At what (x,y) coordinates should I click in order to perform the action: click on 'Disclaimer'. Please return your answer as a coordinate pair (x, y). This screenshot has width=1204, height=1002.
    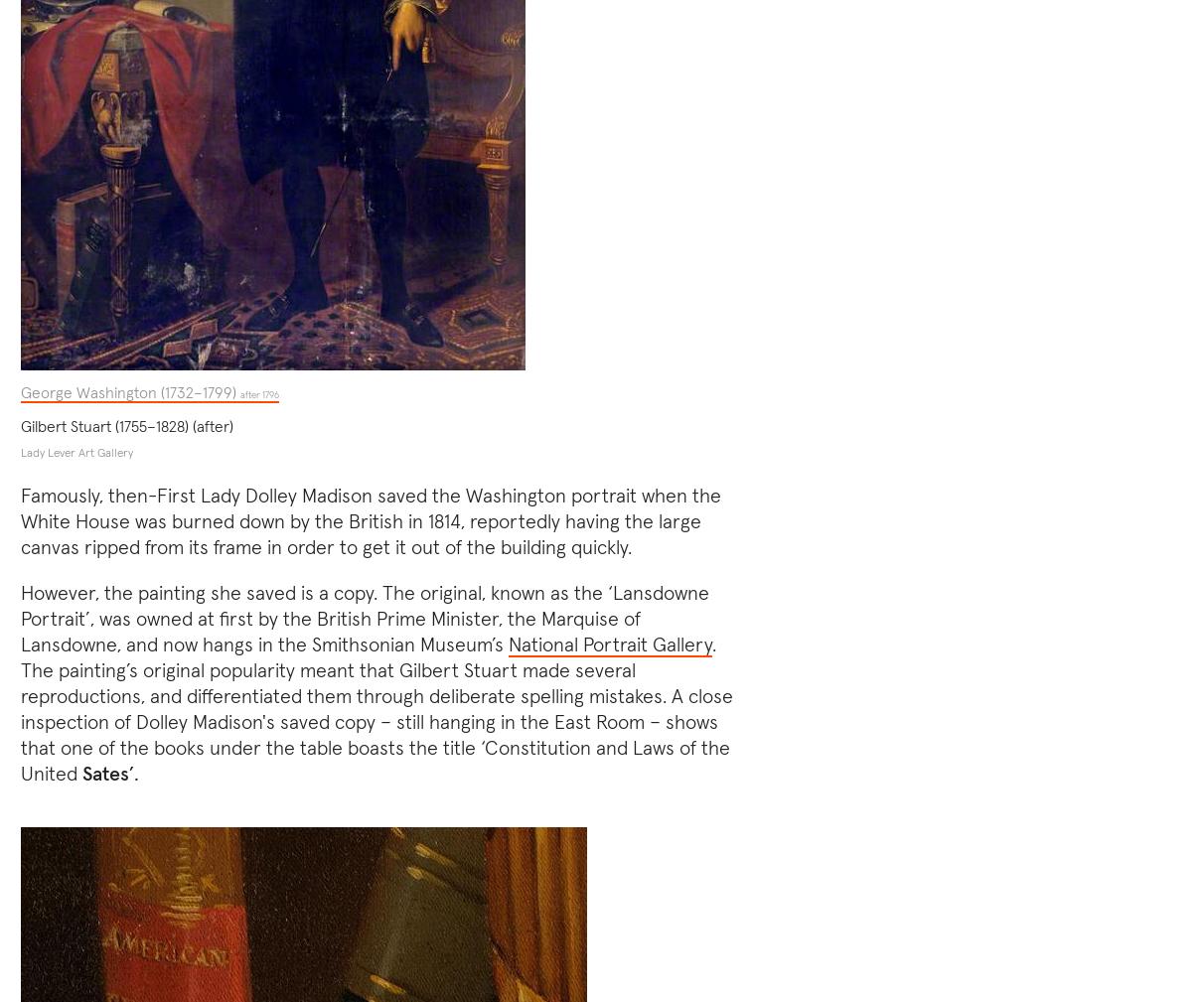
    Looking at the image, I should click on (1014, 901).